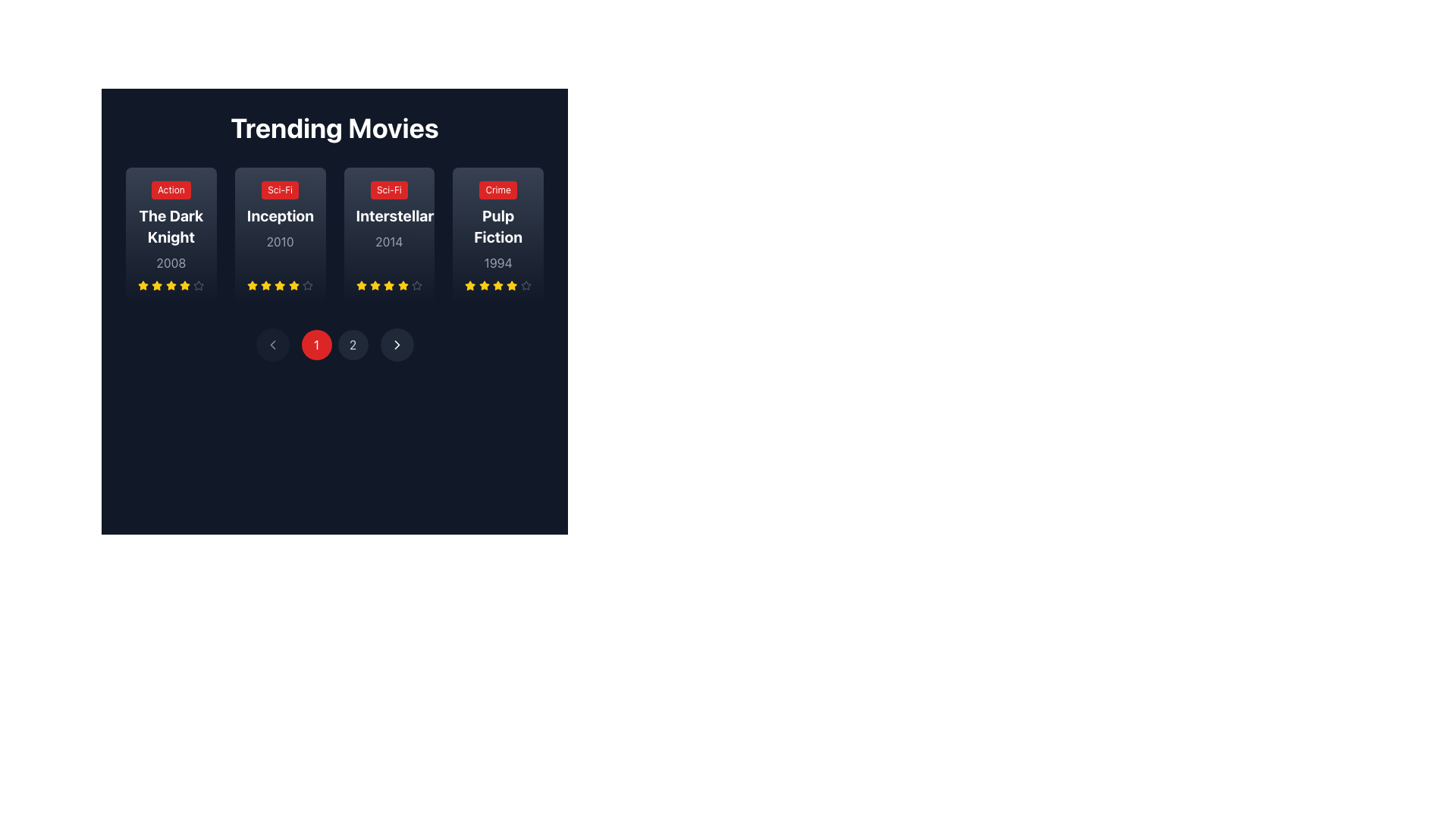 Image resolution: width=1456 pixels, height=819 pixels. What do you see at coordinates (198, 285) in the screenshot?
I see `the rating indication by interacting with the last star icon in the rating stars of 'The Dark Knight' movie card` at bounding box center [198, 285].